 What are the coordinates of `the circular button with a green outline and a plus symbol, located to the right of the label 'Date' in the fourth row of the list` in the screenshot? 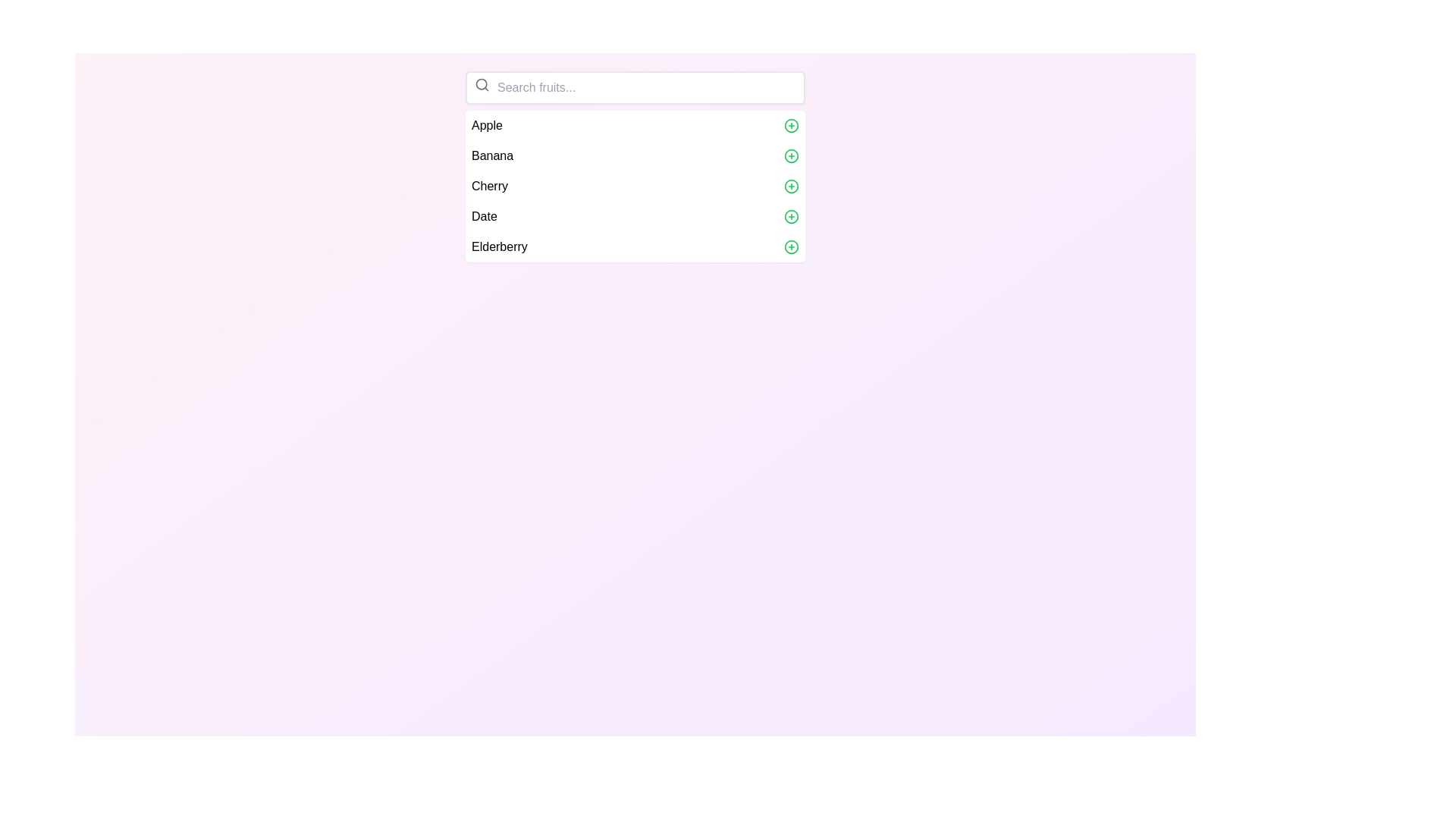 It's located at (790, 216).